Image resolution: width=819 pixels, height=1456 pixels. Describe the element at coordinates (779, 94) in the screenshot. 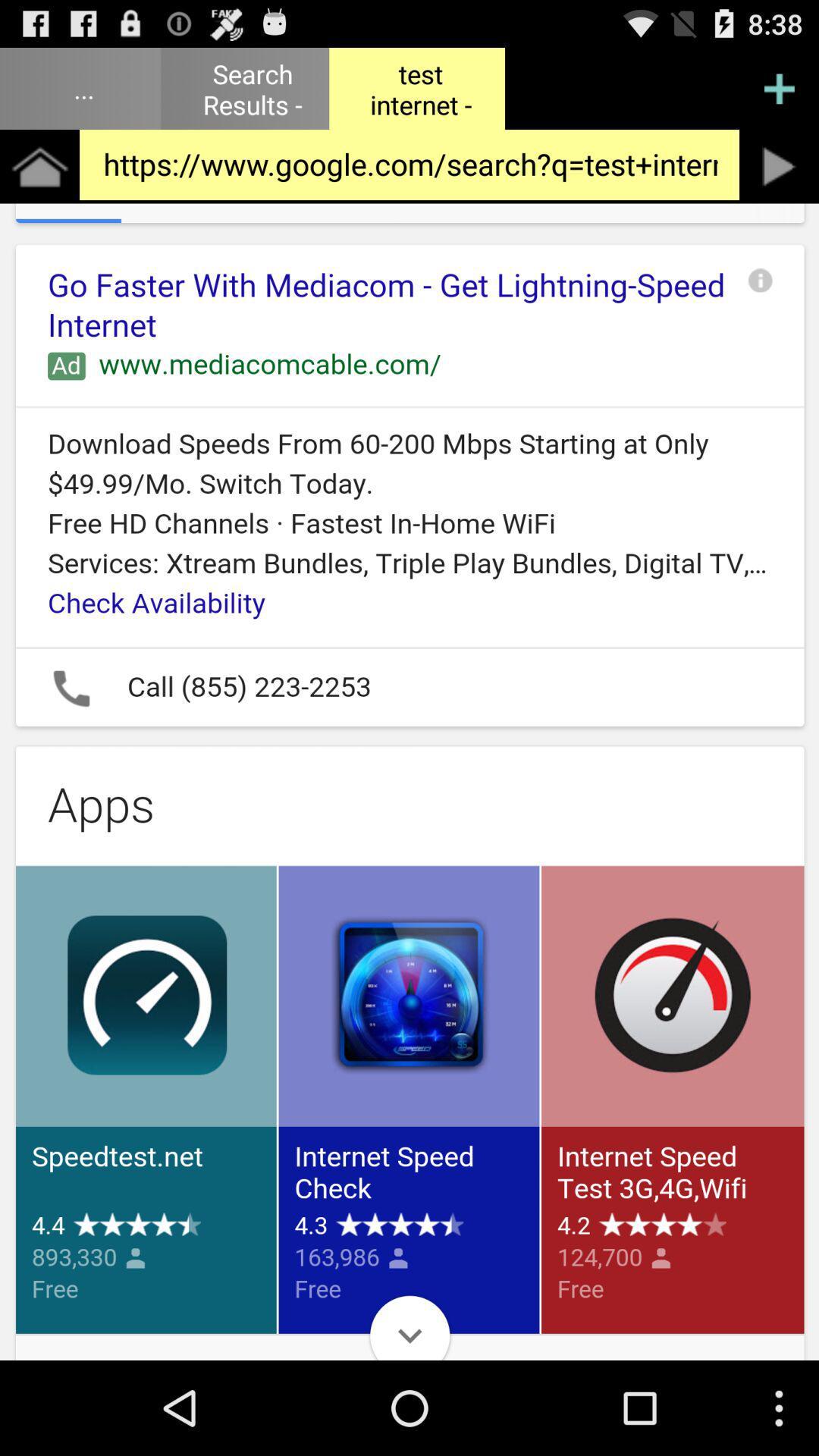

I see `the add icon` at that location.